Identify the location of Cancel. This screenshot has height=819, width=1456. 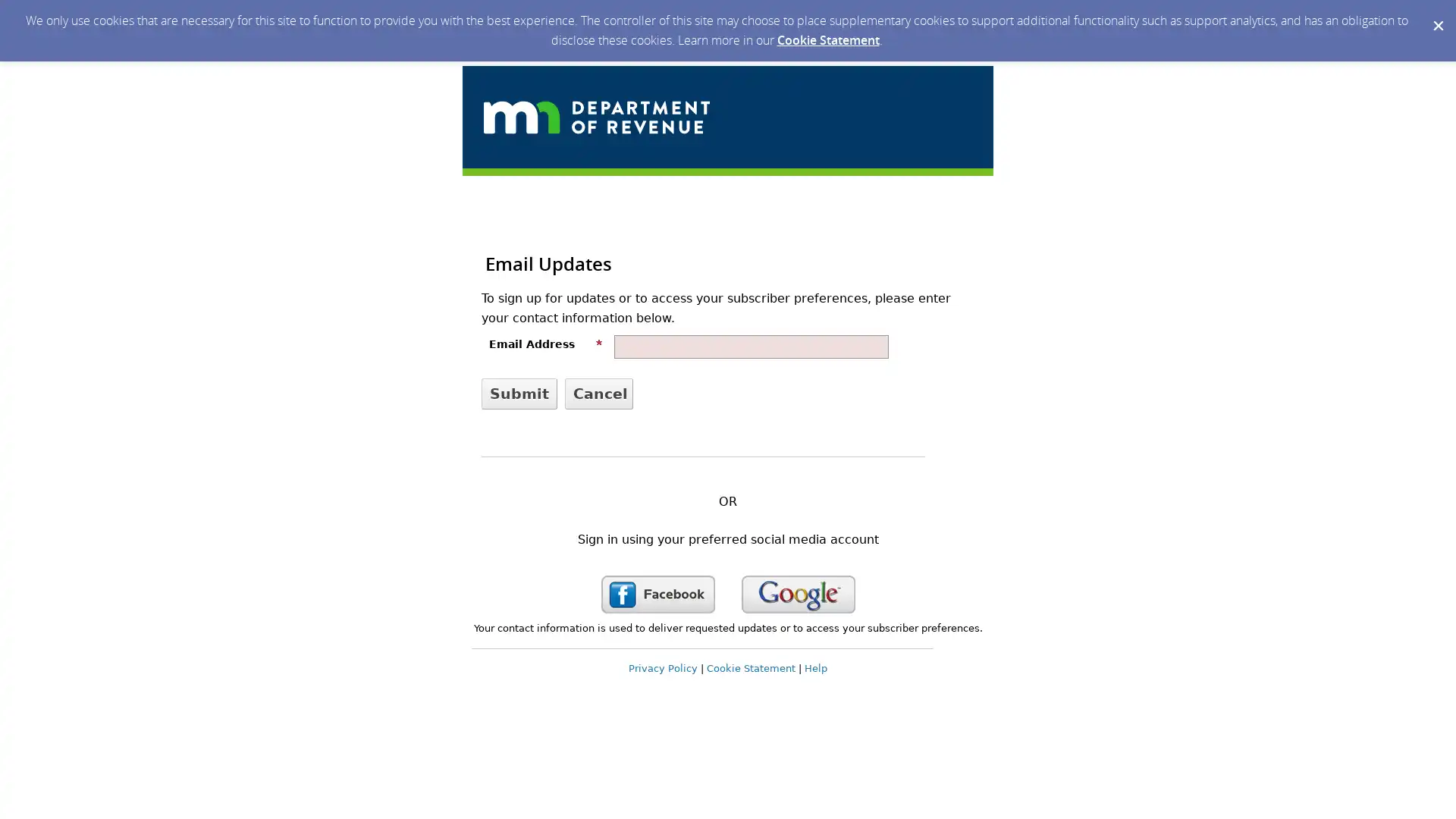
(598, 393).